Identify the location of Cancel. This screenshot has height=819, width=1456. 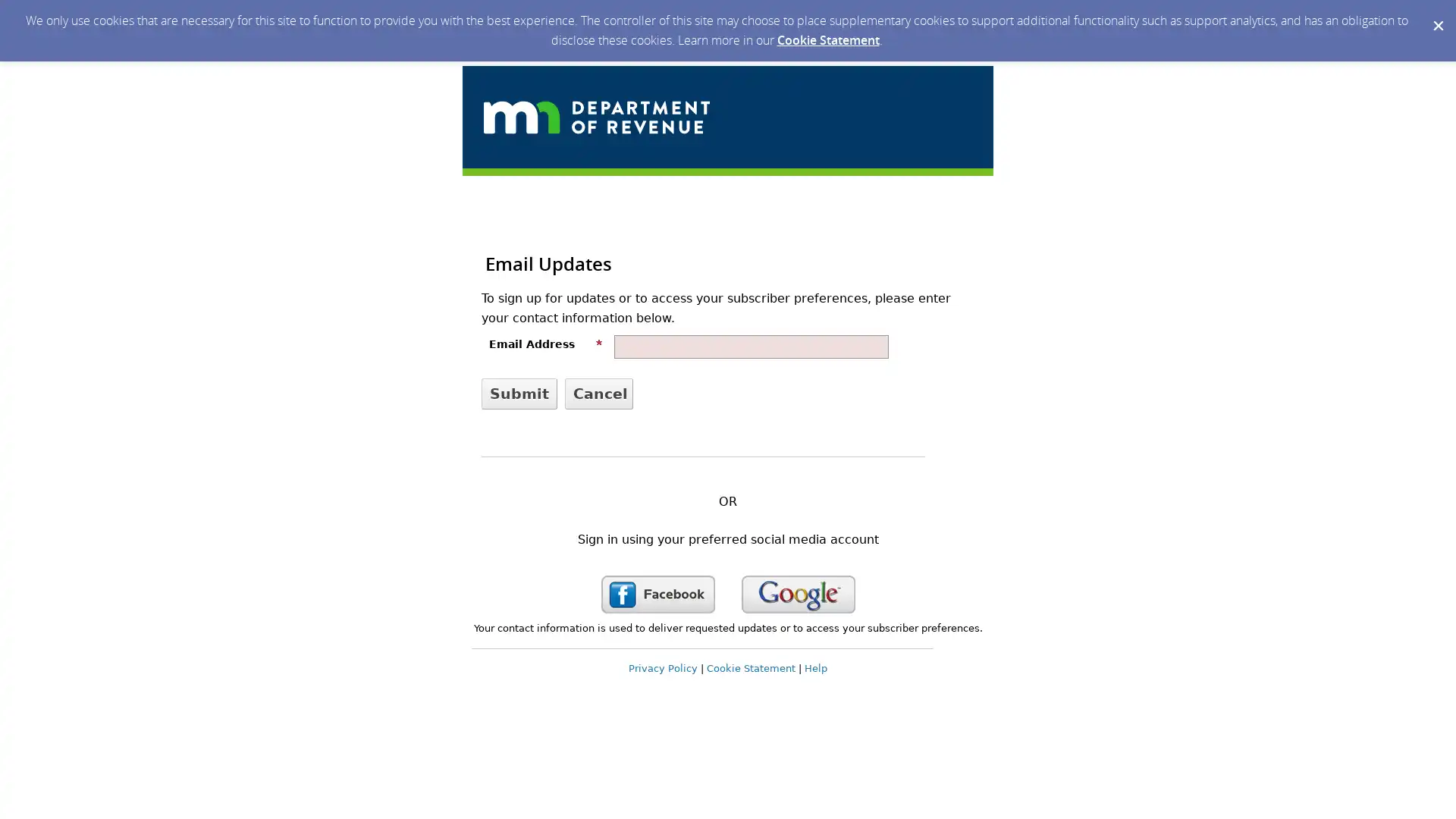
(598, 393).